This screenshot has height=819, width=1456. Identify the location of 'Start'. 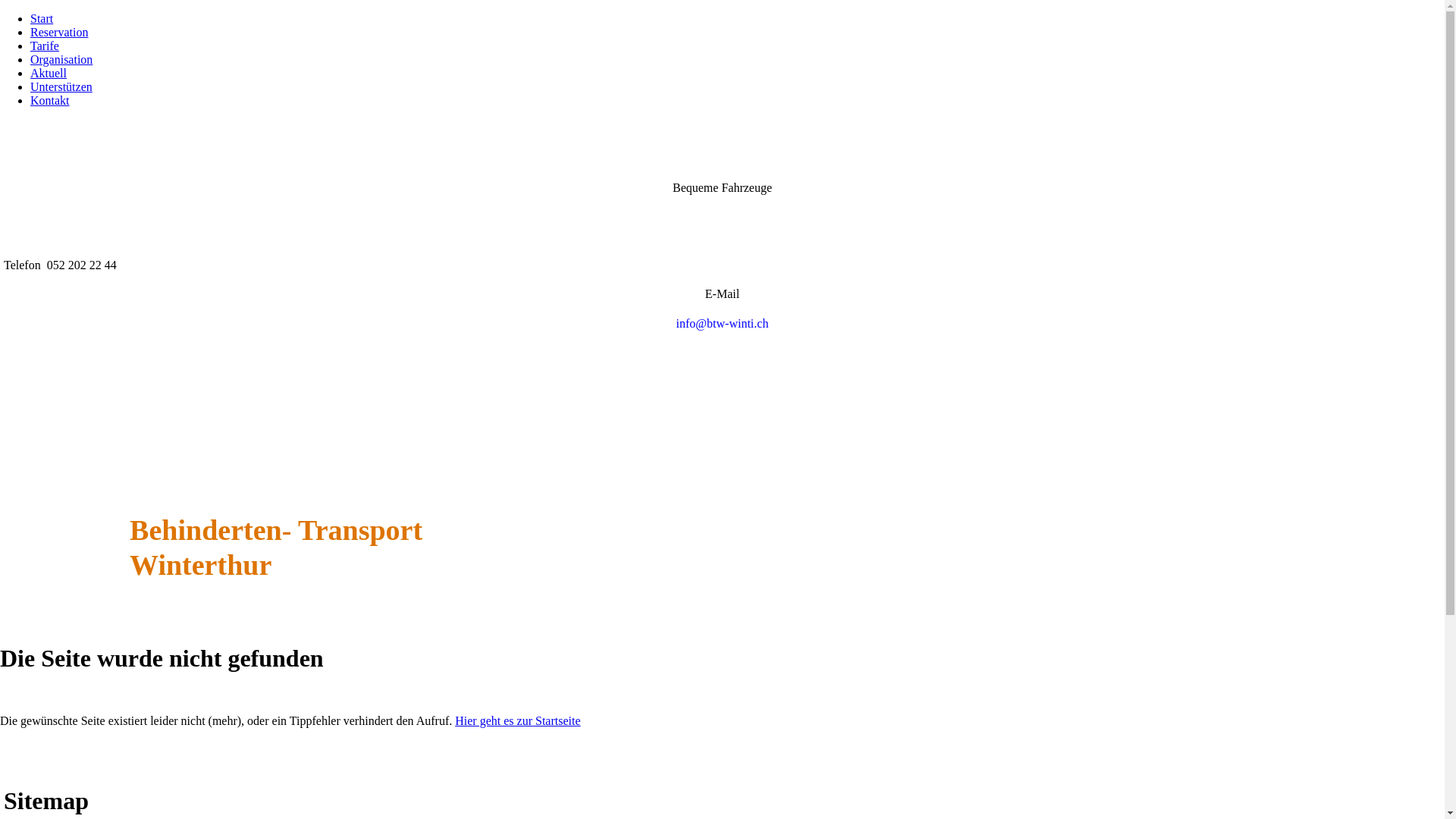
(41, 18).